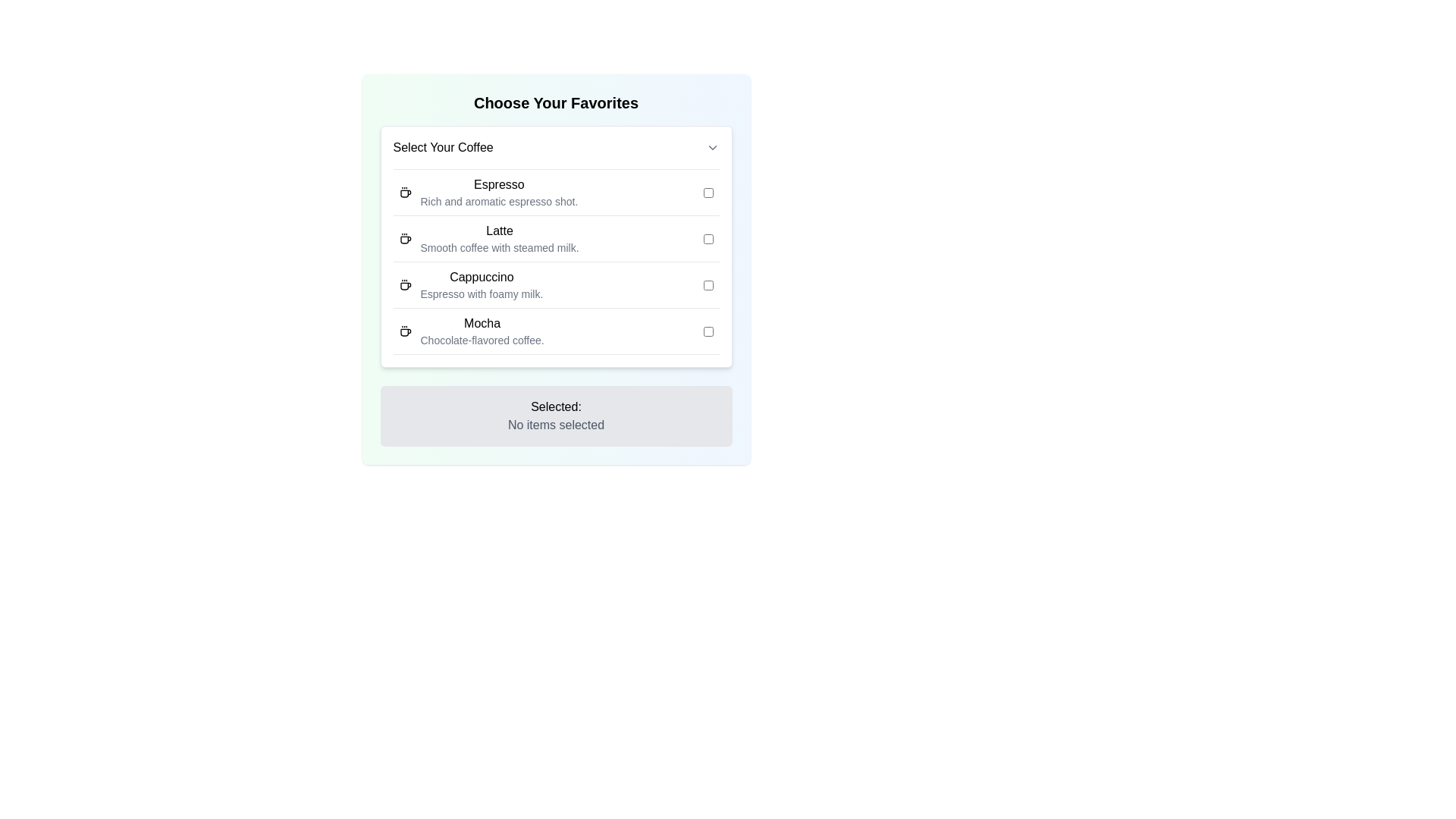  Describe the element at coordinates (499, 201) in the screenshot. I see `the static text label that reads 'Rich and aromatic espresso shot.' located below the 'Espresso' title in the 'Choose Your Favorites' section` at that location.